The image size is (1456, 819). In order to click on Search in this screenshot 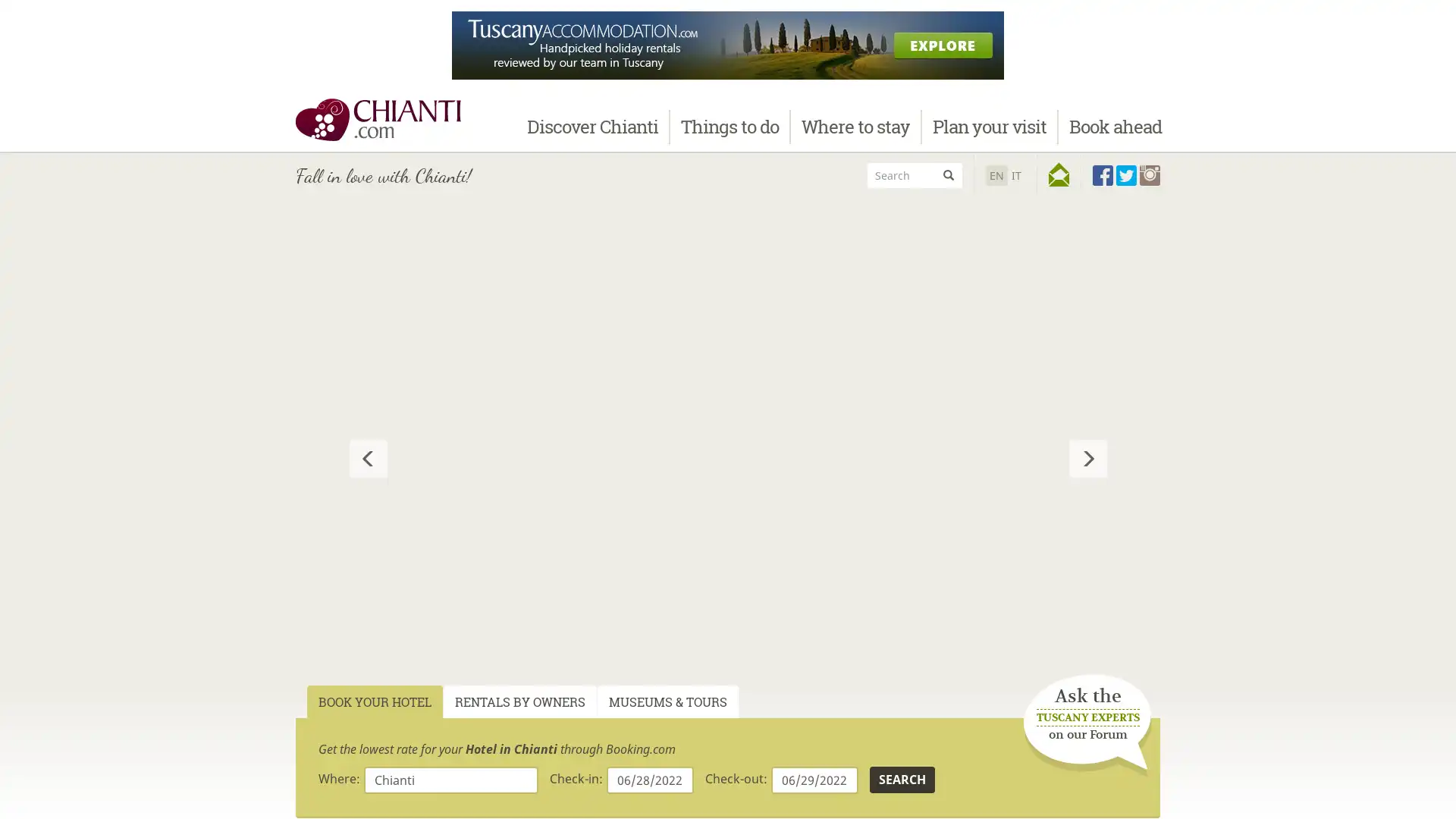, I will do `click(902, 780)`.